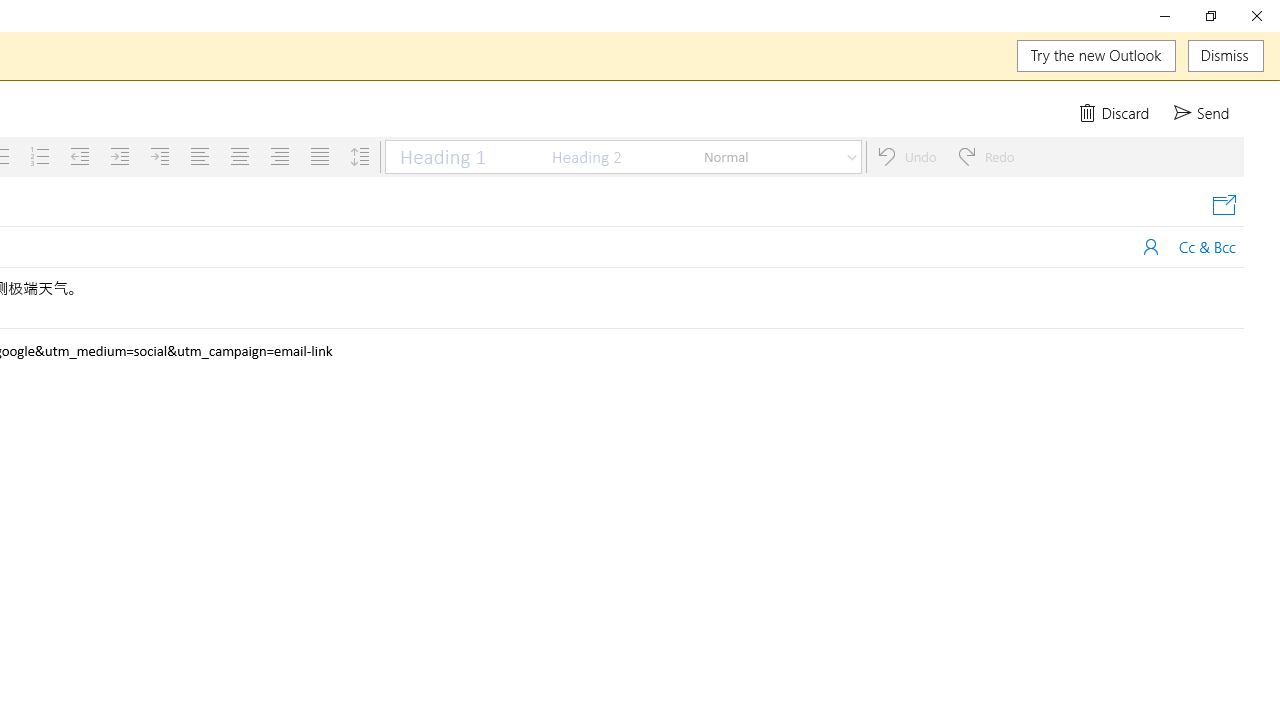  I want to click on 'Dismiss', so click(1225, 55).